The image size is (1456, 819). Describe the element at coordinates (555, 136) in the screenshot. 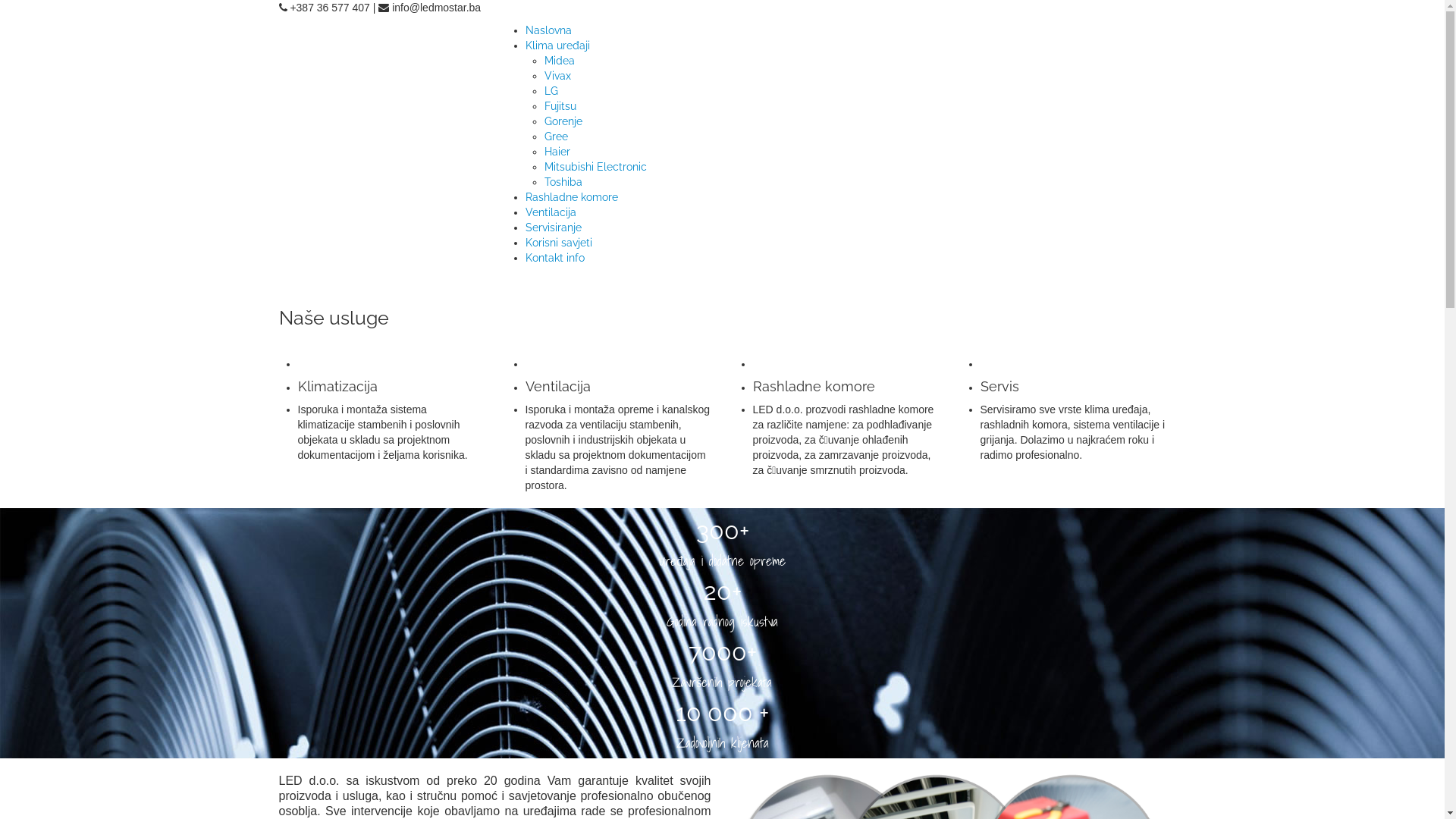

I see `'Gree'` at that location.